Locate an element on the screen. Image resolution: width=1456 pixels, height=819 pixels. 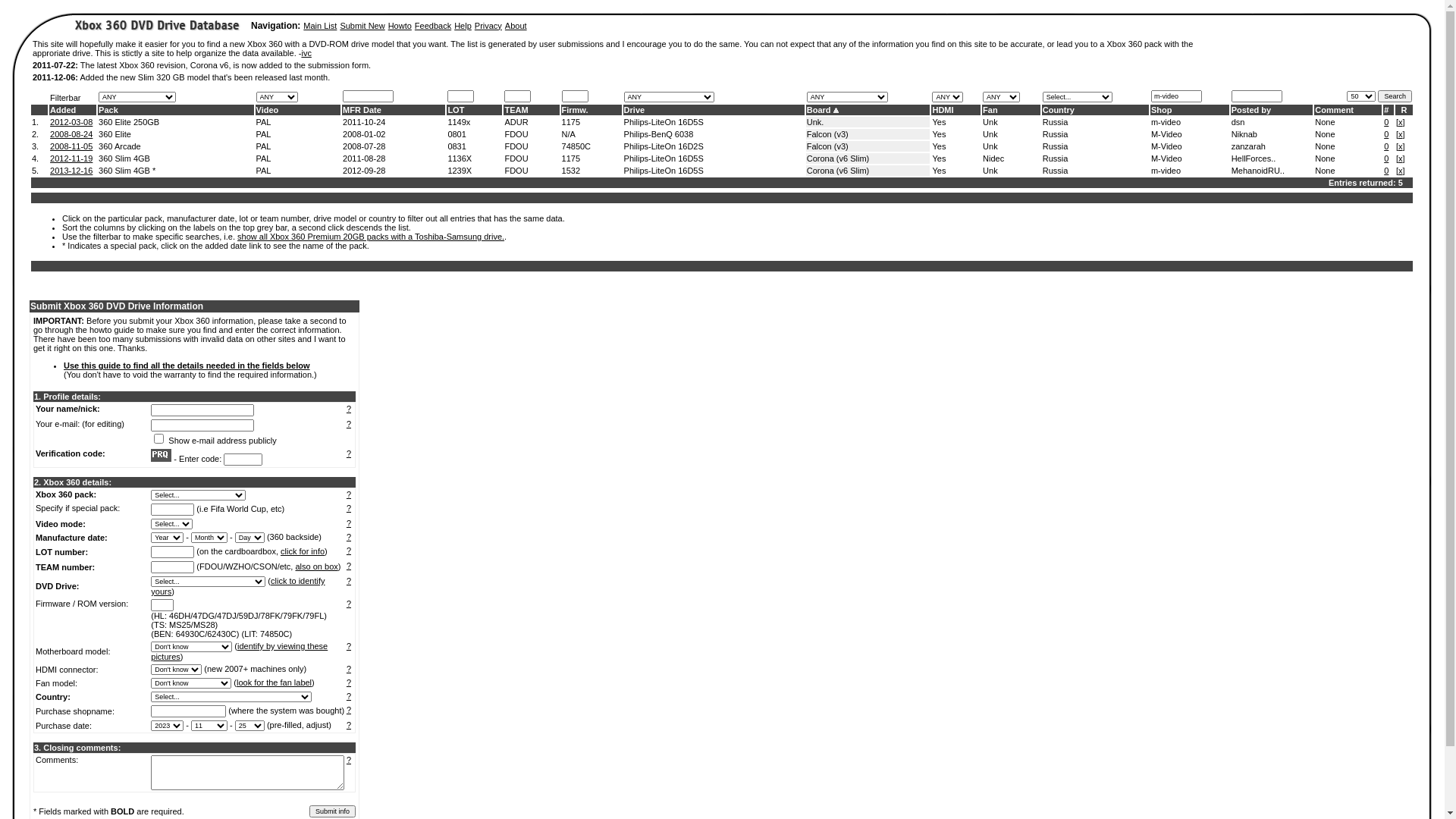
'Howto' is located at coordinates (400, 26).